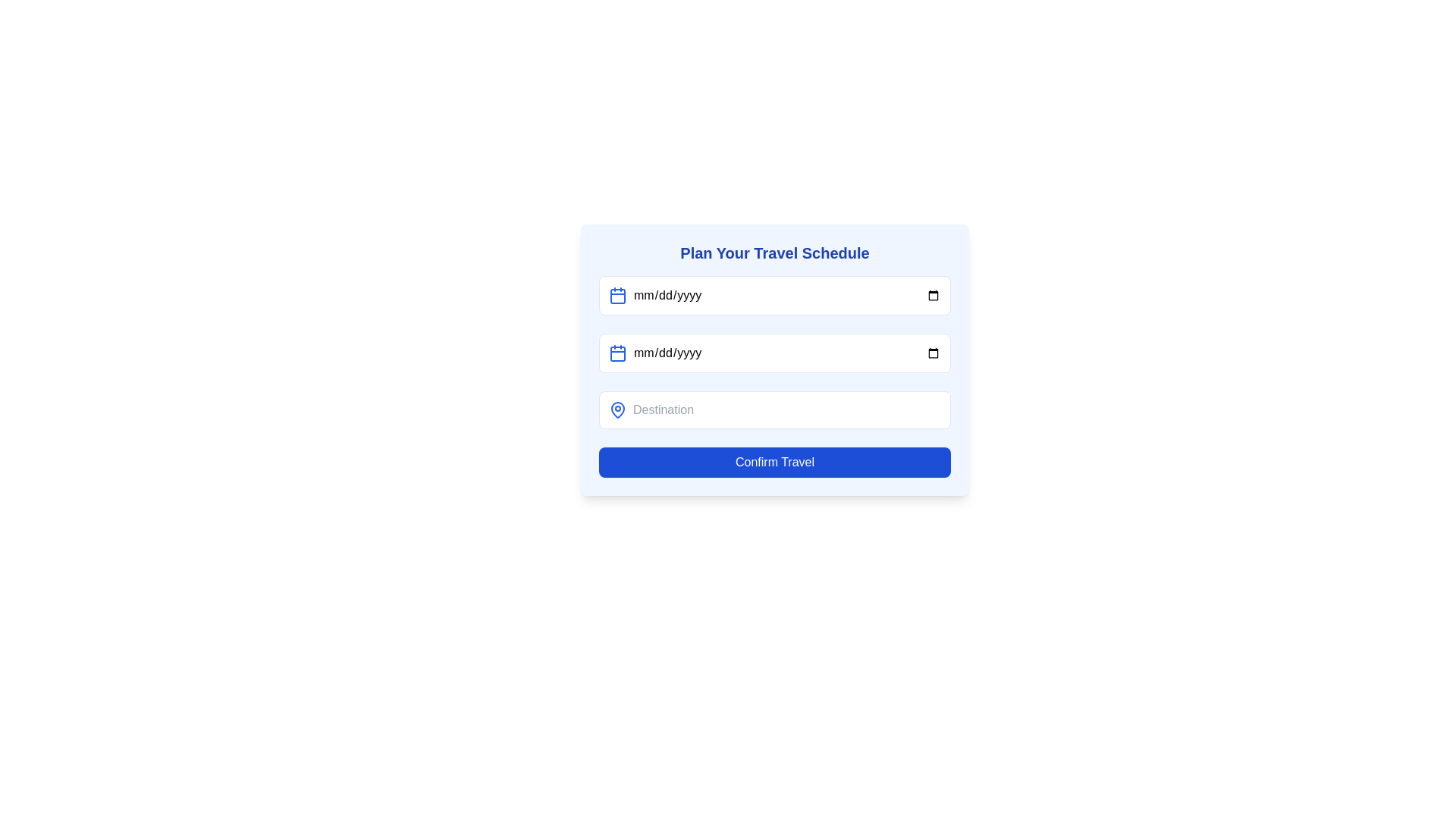 Image resolution: width=1456 pixels, height=819 pixels. Describe the element at coordinates (618, 409) in the screenshot. I see `the SVG Icon located to the left of the placeholder text in the 'Destination' input field` at that location.